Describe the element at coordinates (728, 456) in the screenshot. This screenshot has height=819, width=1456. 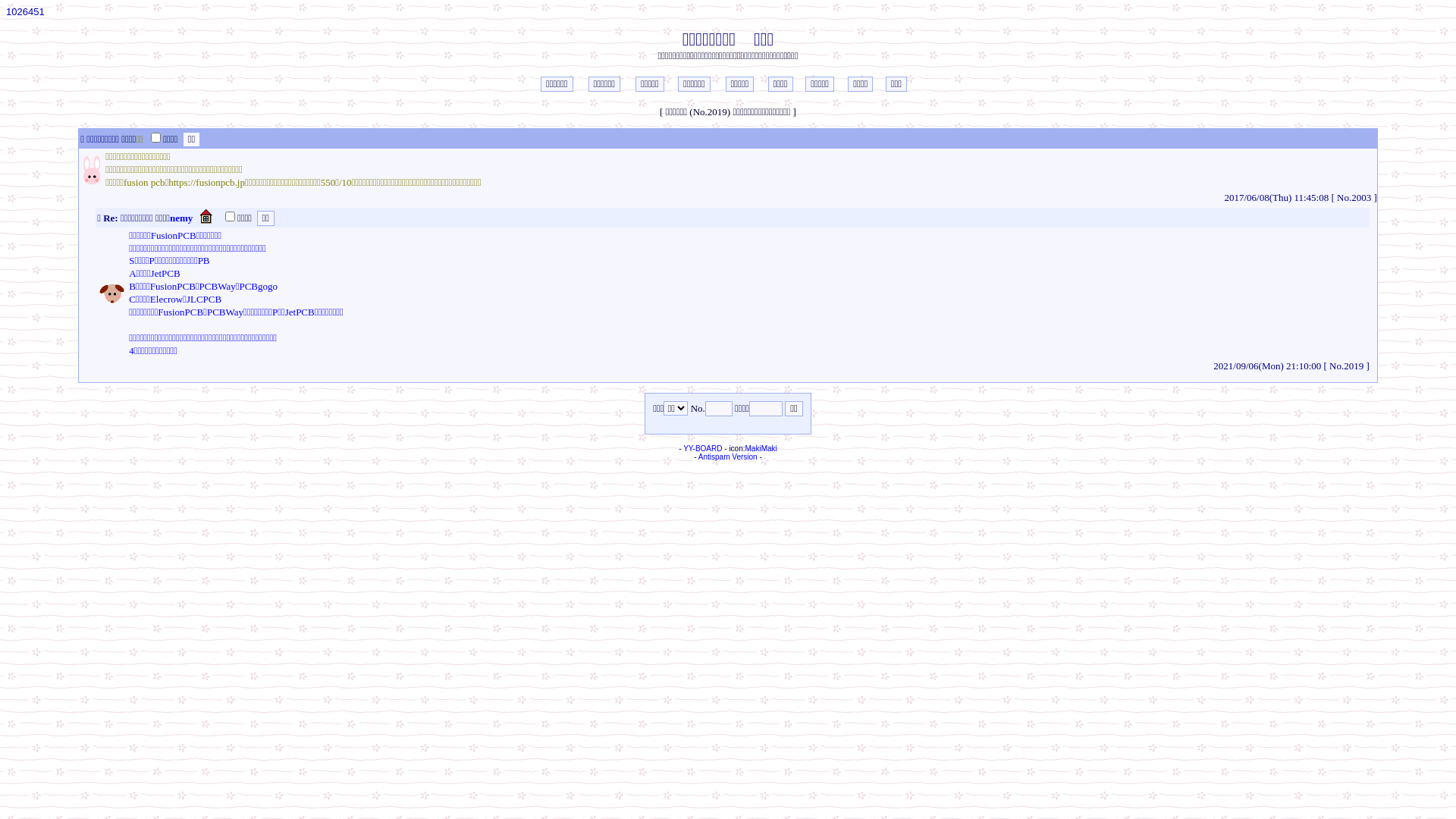
I see `'Antispam Version'` at that location.